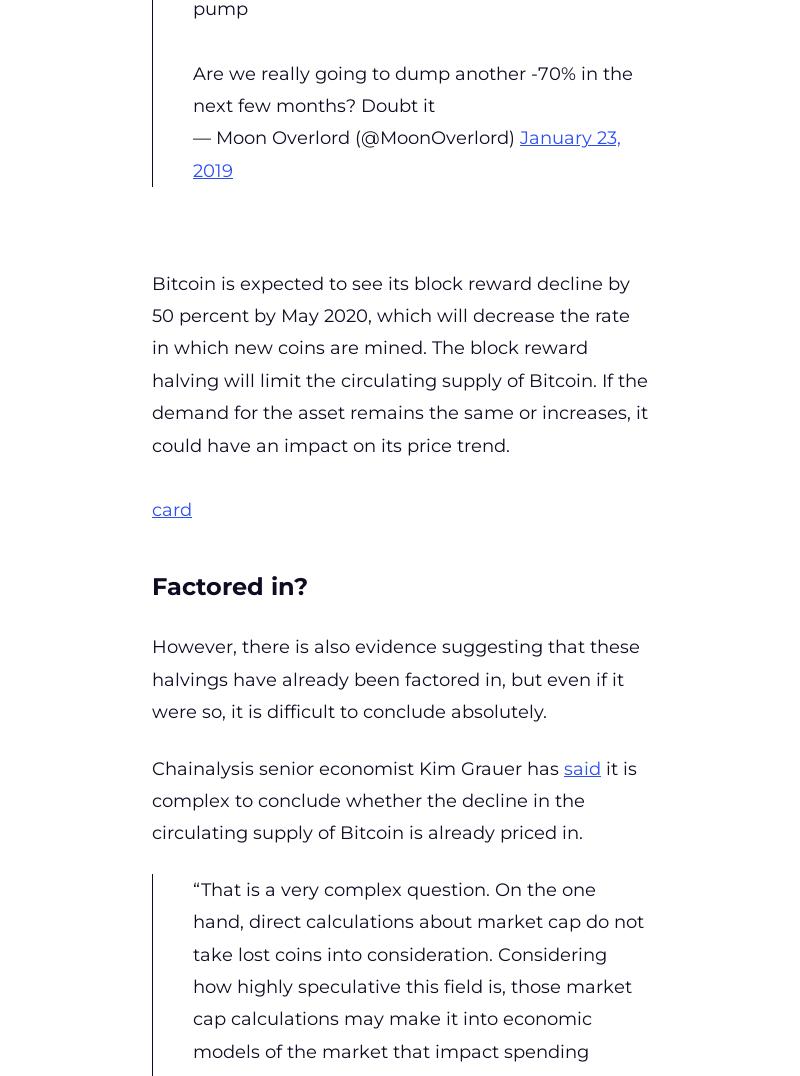 This screenshot has width=800, height=1076. What do you see at coordinates (395, 679) in the screenshot?
I see `'However, there is also evidence suggesting that these halvings have already been factored in, but even if it were so, it is difficult to conclude absolutely.'` at bounding box center [395, 679].